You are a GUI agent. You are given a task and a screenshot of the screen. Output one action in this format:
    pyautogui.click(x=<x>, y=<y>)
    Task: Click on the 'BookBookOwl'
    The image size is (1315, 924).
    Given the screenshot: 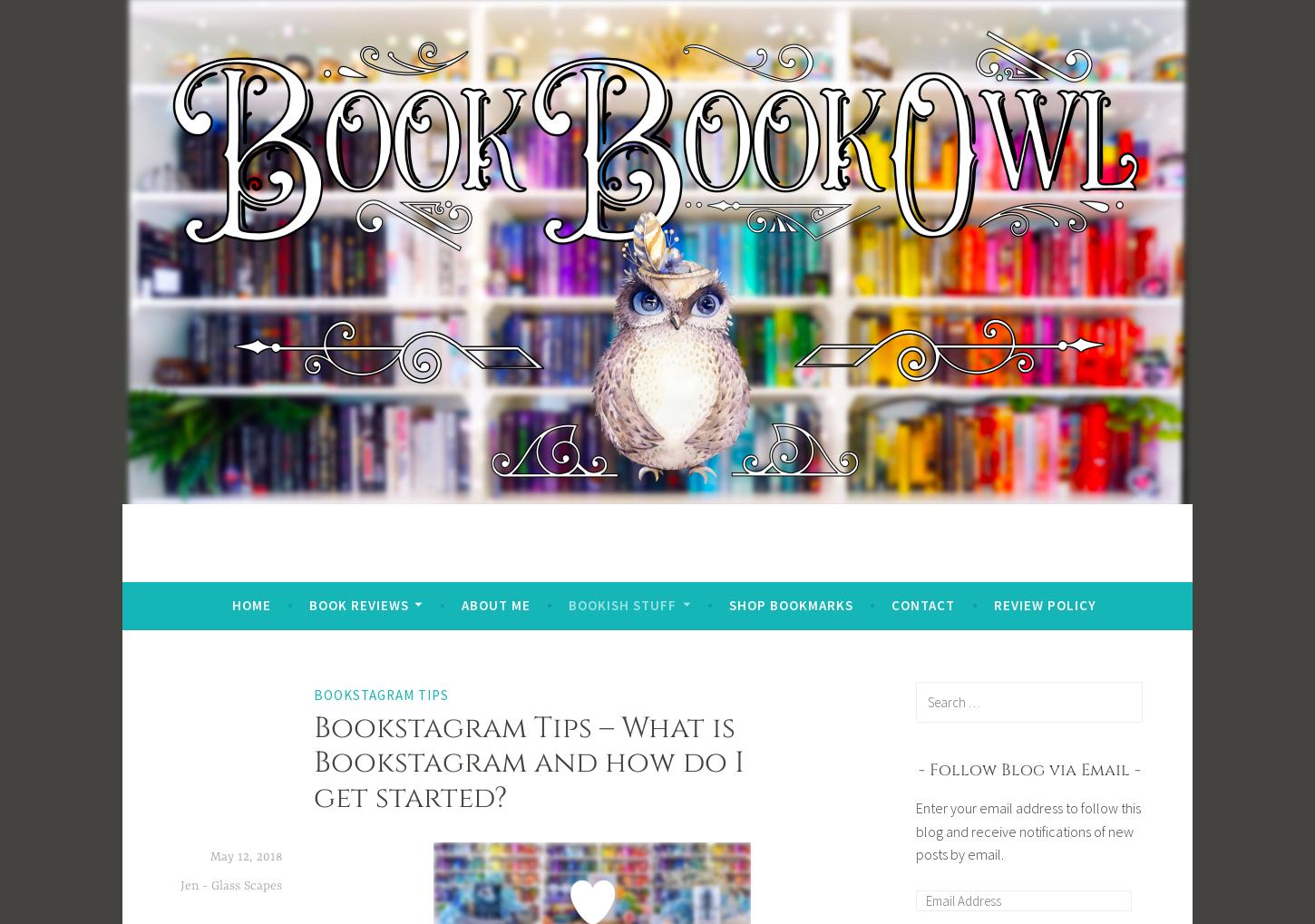 What is the action you would take?
    pyautogui.click(x=336, y=566)
    